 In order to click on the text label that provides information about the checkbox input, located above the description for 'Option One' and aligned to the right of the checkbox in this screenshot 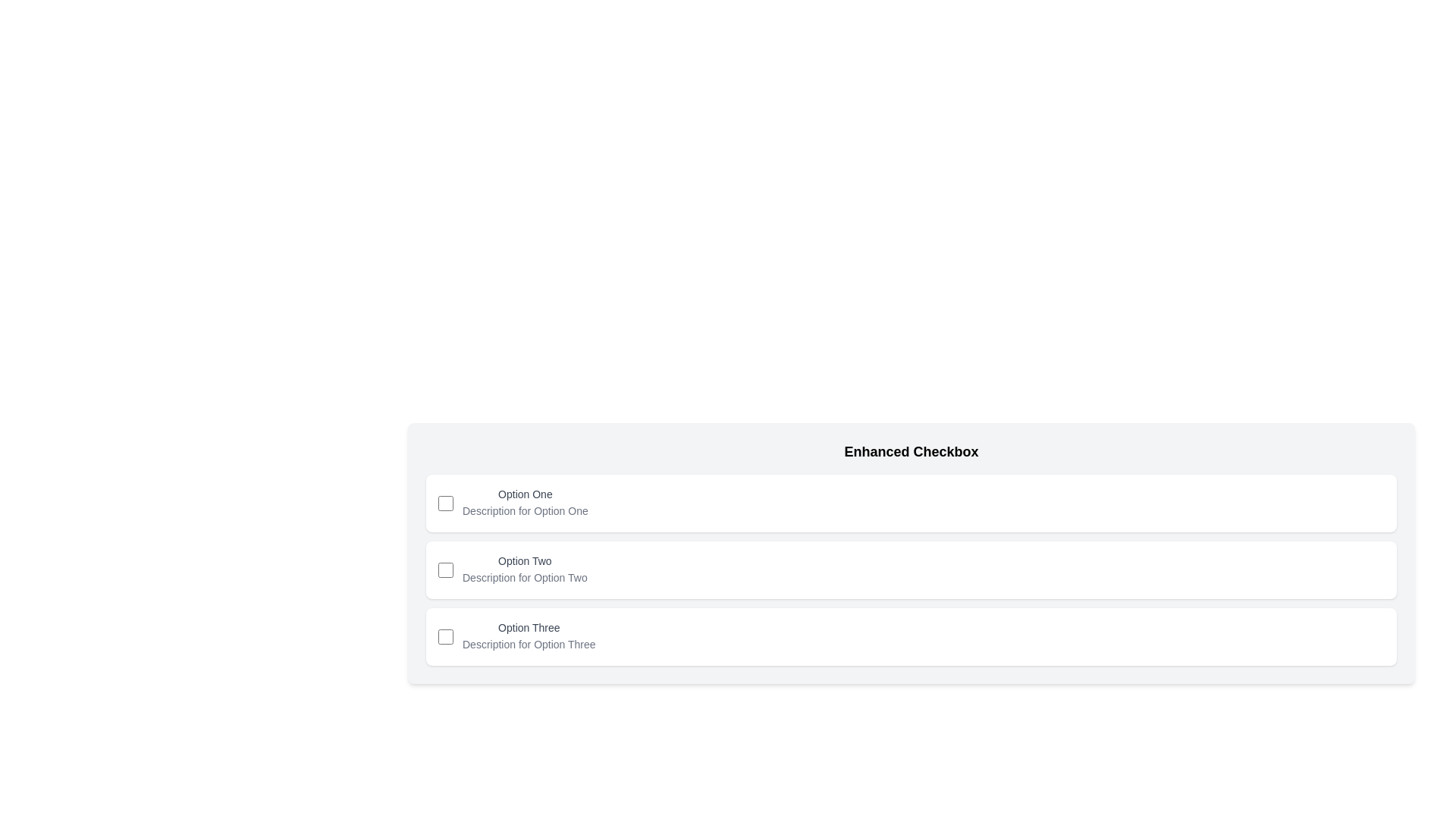, I will do `click(525, 494)`.